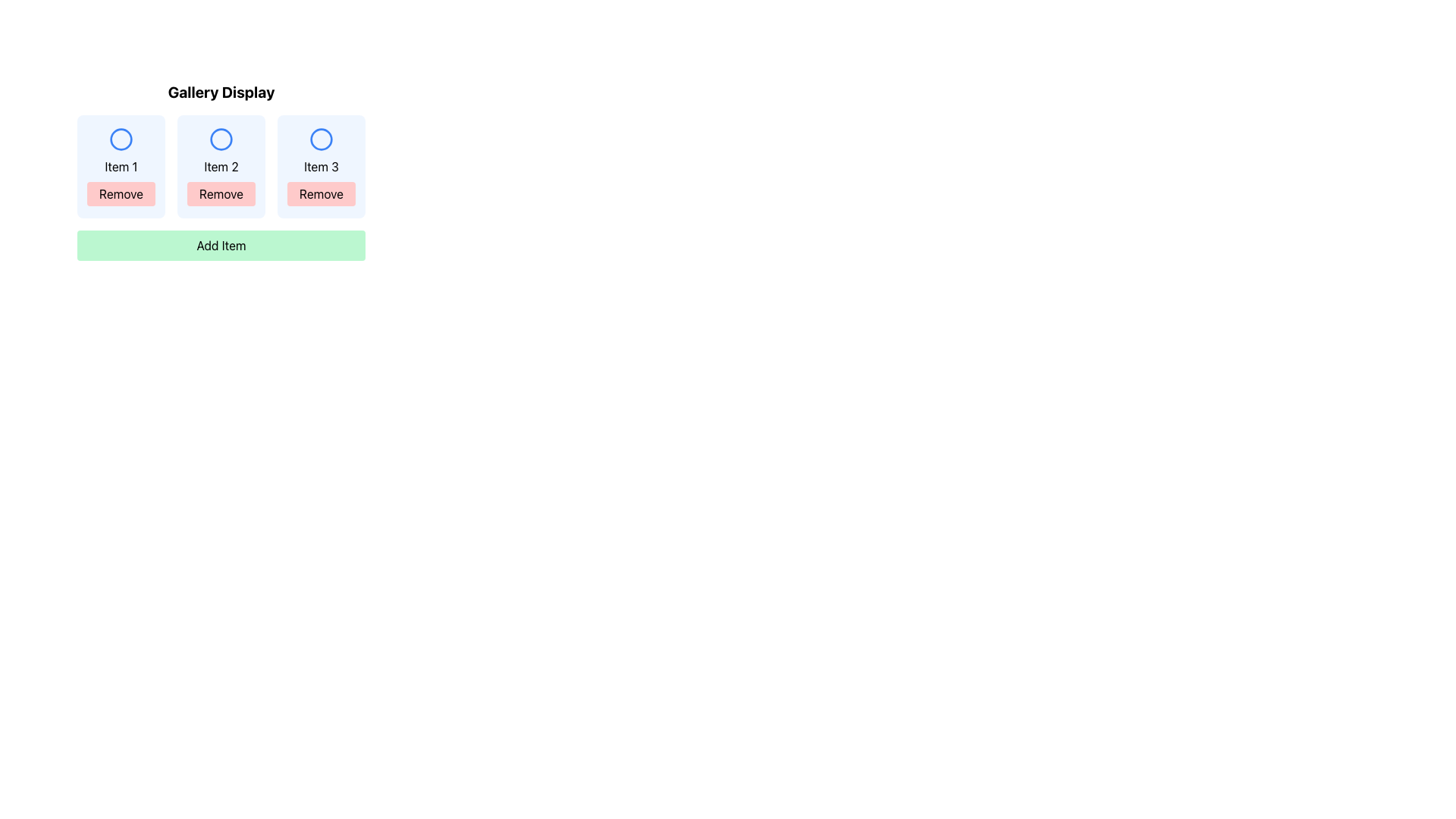 The width and height of the screenshot is (1456, 819). What do you see at coordinates (120, 140) in the screenshot?
I see `the circular SVG graphic icon with a blue outline located above the text label 'Item 1' within the first card of three horizontally aligned cards` at bounding box center [120, 140].